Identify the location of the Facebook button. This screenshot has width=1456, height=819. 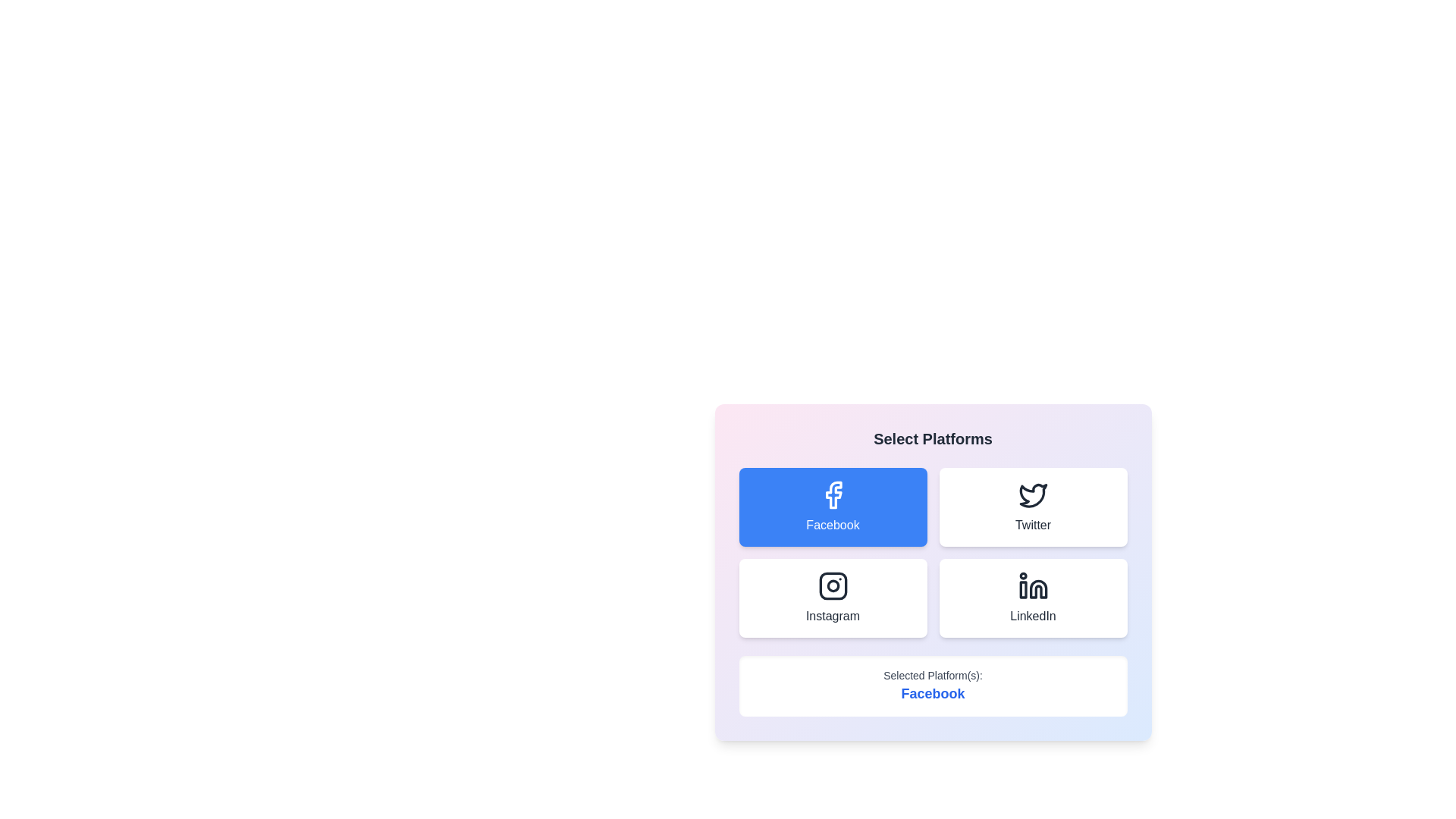
(832, 507).